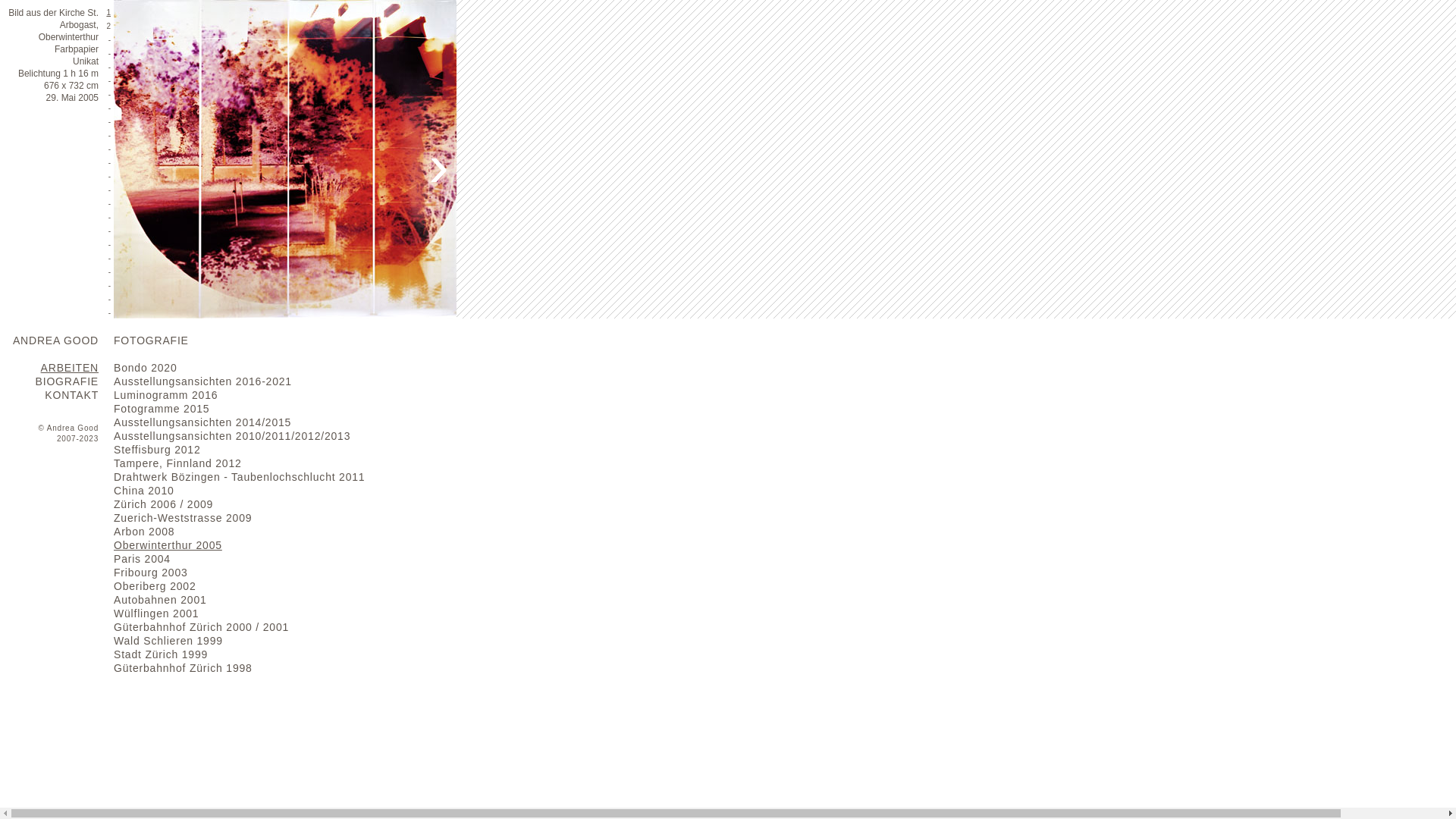  Describe the element at coordinates (231, 435) in the screenshot. I see `'Ausstellungsansichten 2010/2011/2012/2013'` at that location.